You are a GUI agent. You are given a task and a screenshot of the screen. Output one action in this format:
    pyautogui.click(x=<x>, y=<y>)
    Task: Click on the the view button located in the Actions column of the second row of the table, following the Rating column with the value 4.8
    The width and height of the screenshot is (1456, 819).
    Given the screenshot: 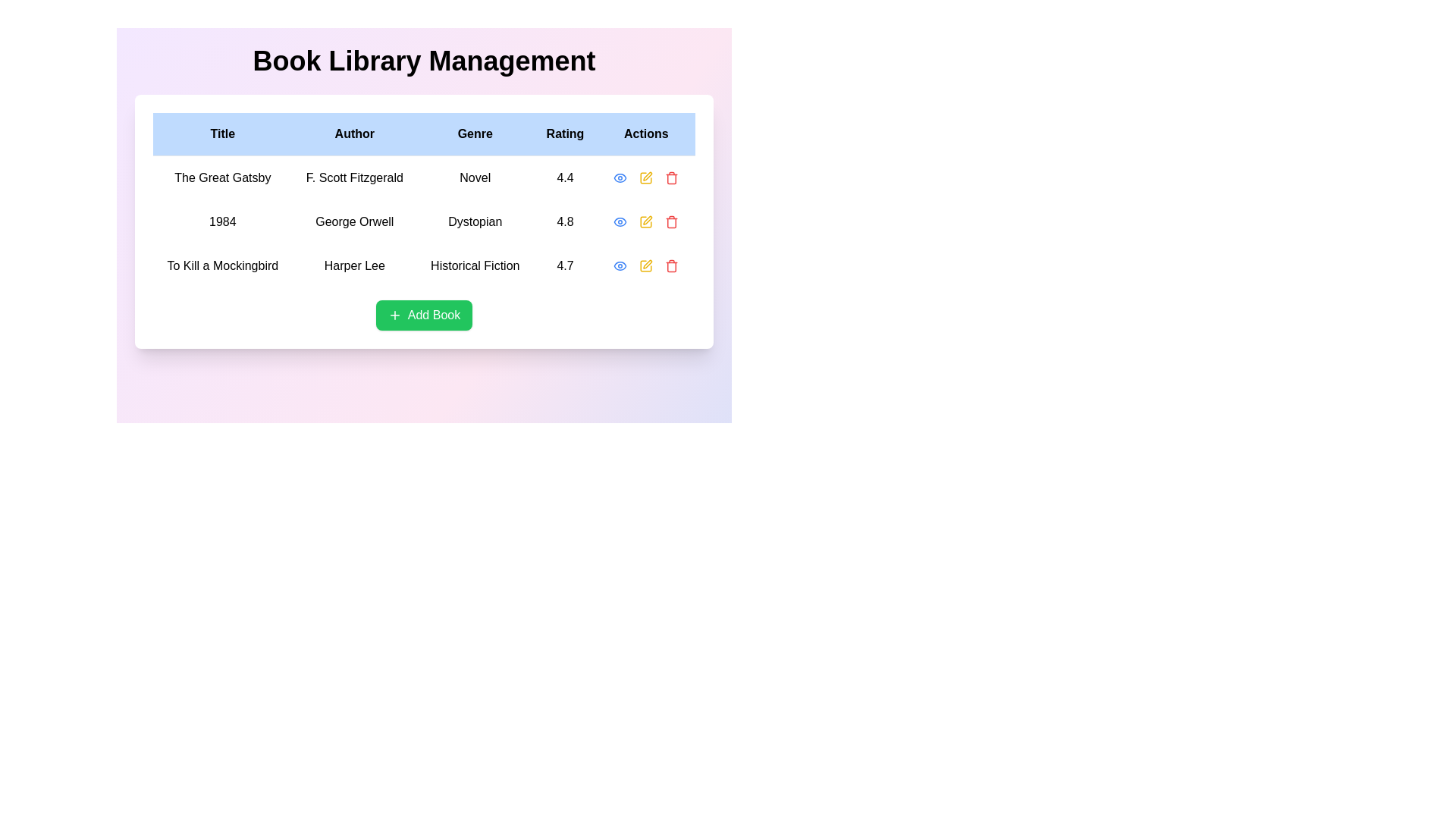 What is the action you would take?
    pyautogui.click(x=620, y=222)
    